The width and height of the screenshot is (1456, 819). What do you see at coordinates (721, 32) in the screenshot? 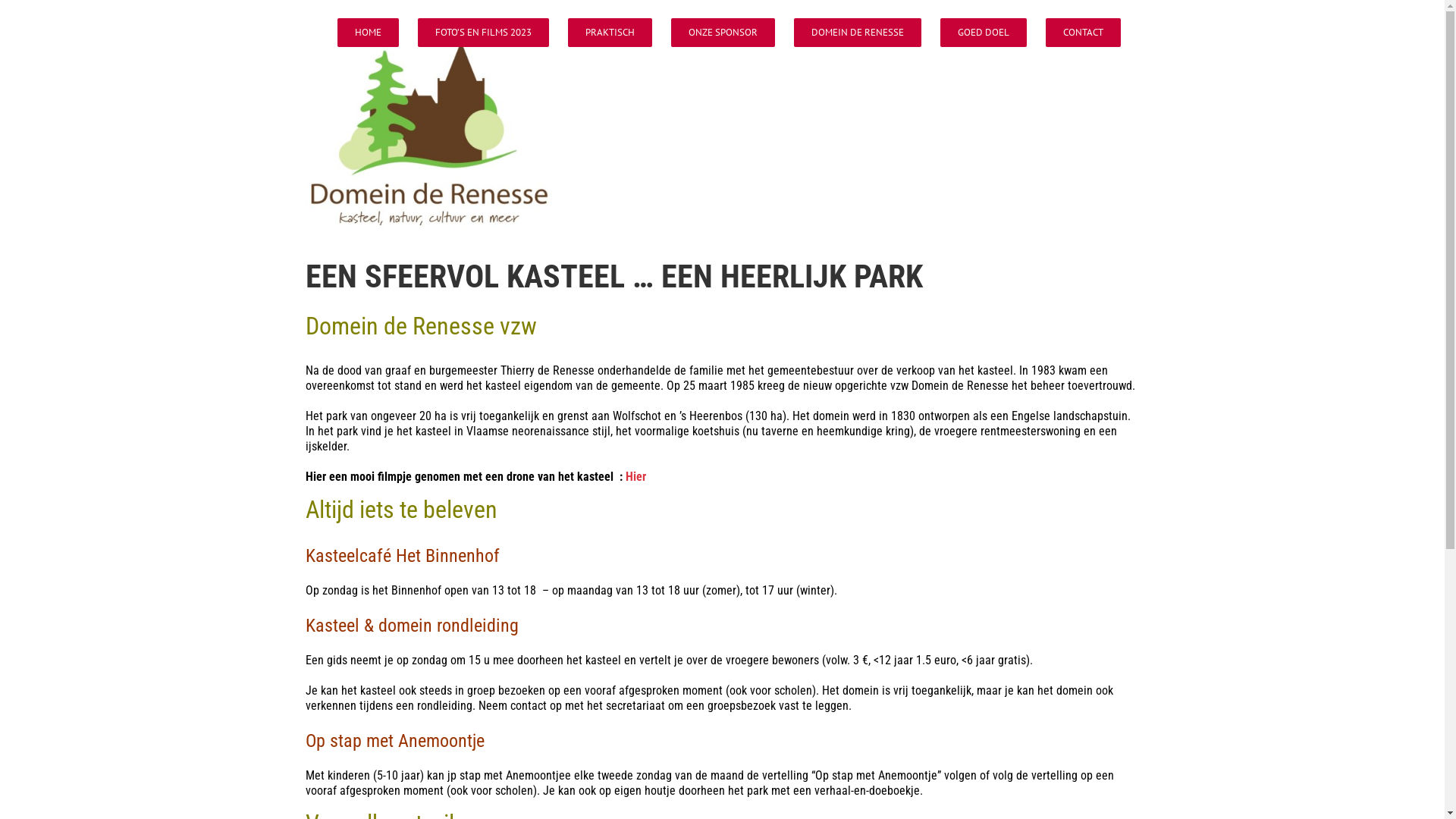
I see `'ONZE SPONSOR'` at bounding box center [721, 32].